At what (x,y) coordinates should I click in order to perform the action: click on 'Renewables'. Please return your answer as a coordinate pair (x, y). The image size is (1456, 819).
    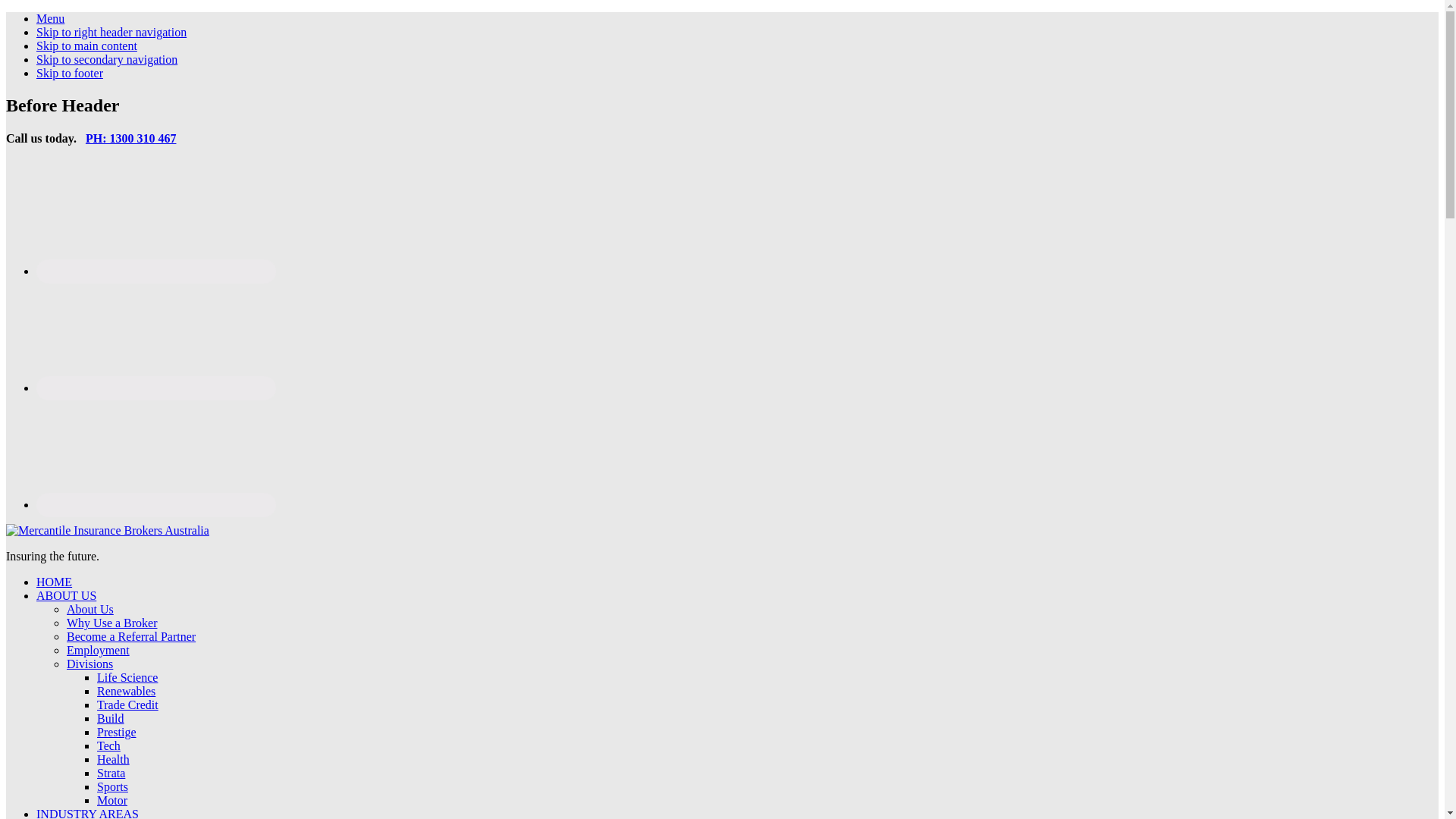
    Looking at the image, I should click on (96, 691).